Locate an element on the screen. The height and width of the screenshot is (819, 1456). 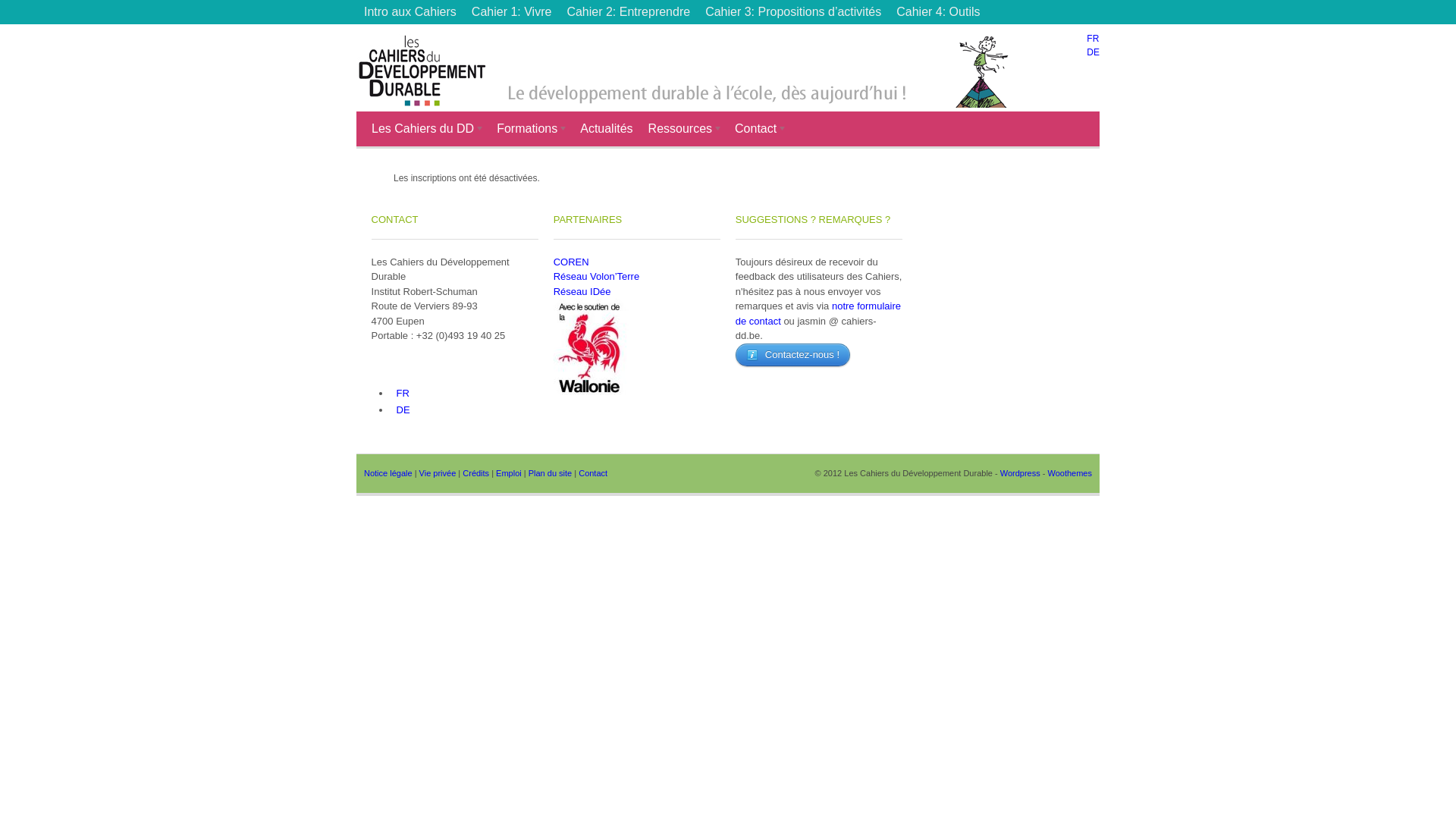
'FR' is located at coordinates (400, 391).